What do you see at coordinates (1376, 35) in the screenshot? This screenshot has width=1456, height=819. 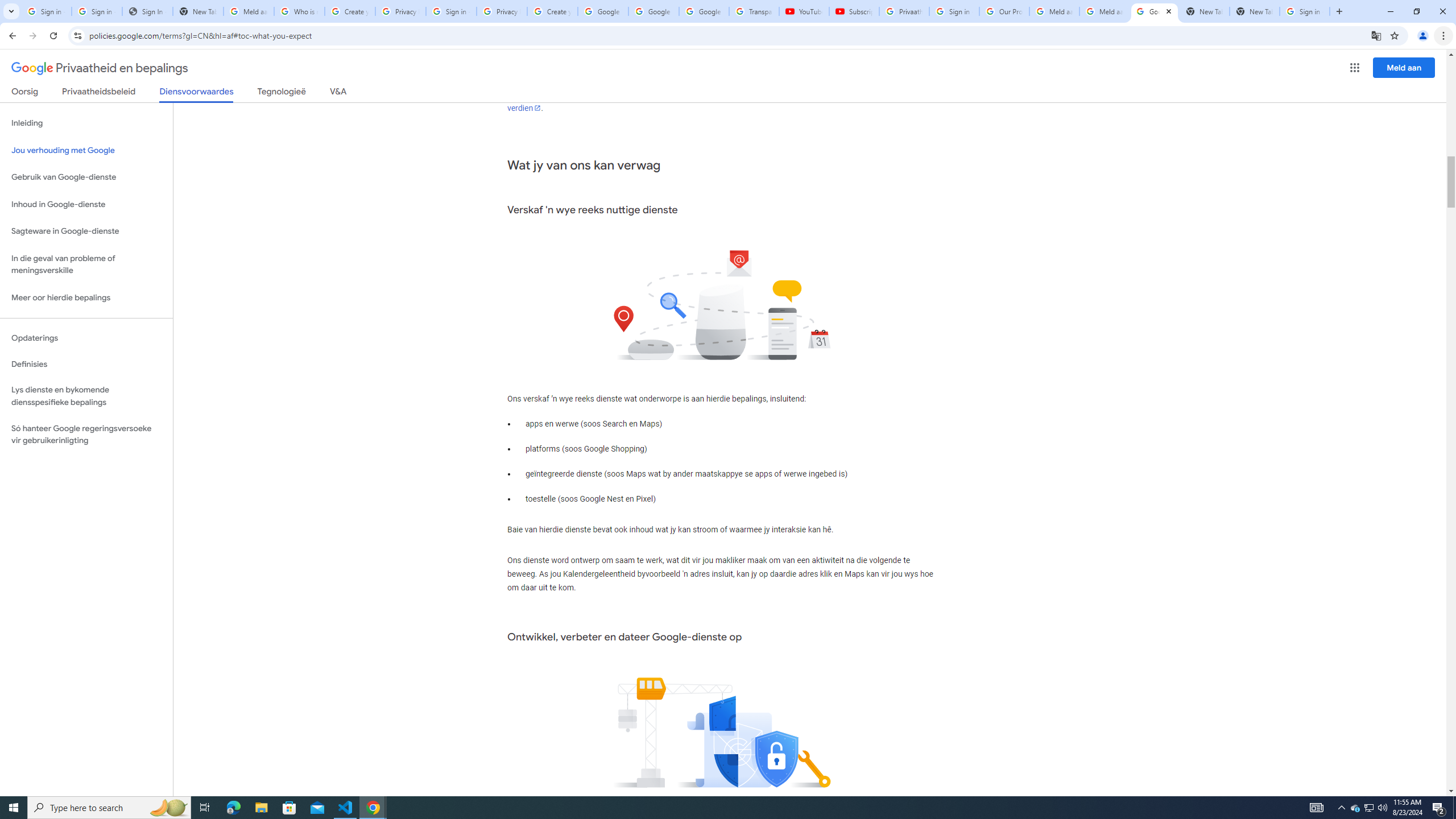 I see `'Translate this page'` at bounding box center [1376, 35].